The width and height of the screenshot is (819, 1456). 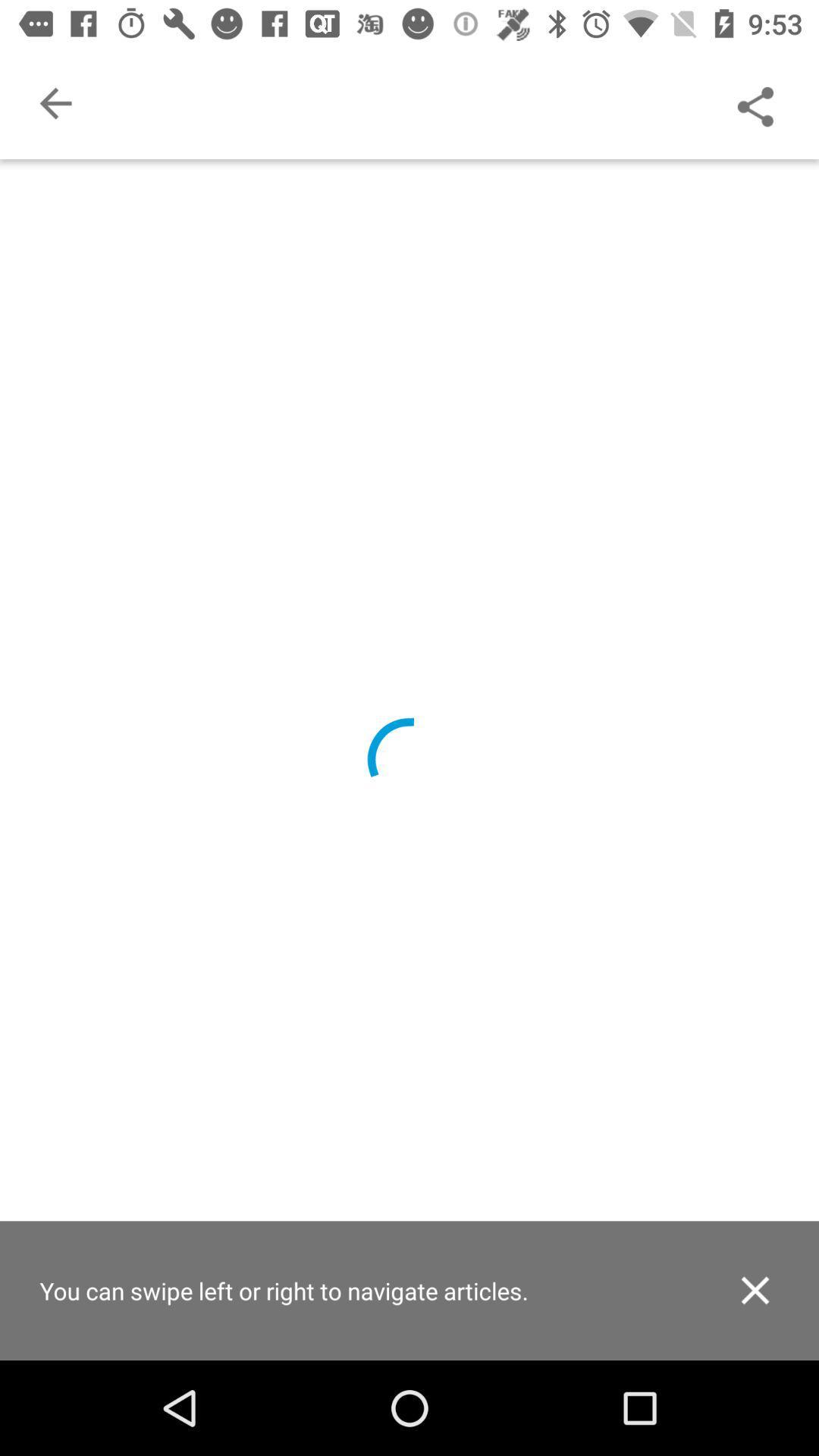 I want to click on the item at the top right corner, so click(x=755, y=102).